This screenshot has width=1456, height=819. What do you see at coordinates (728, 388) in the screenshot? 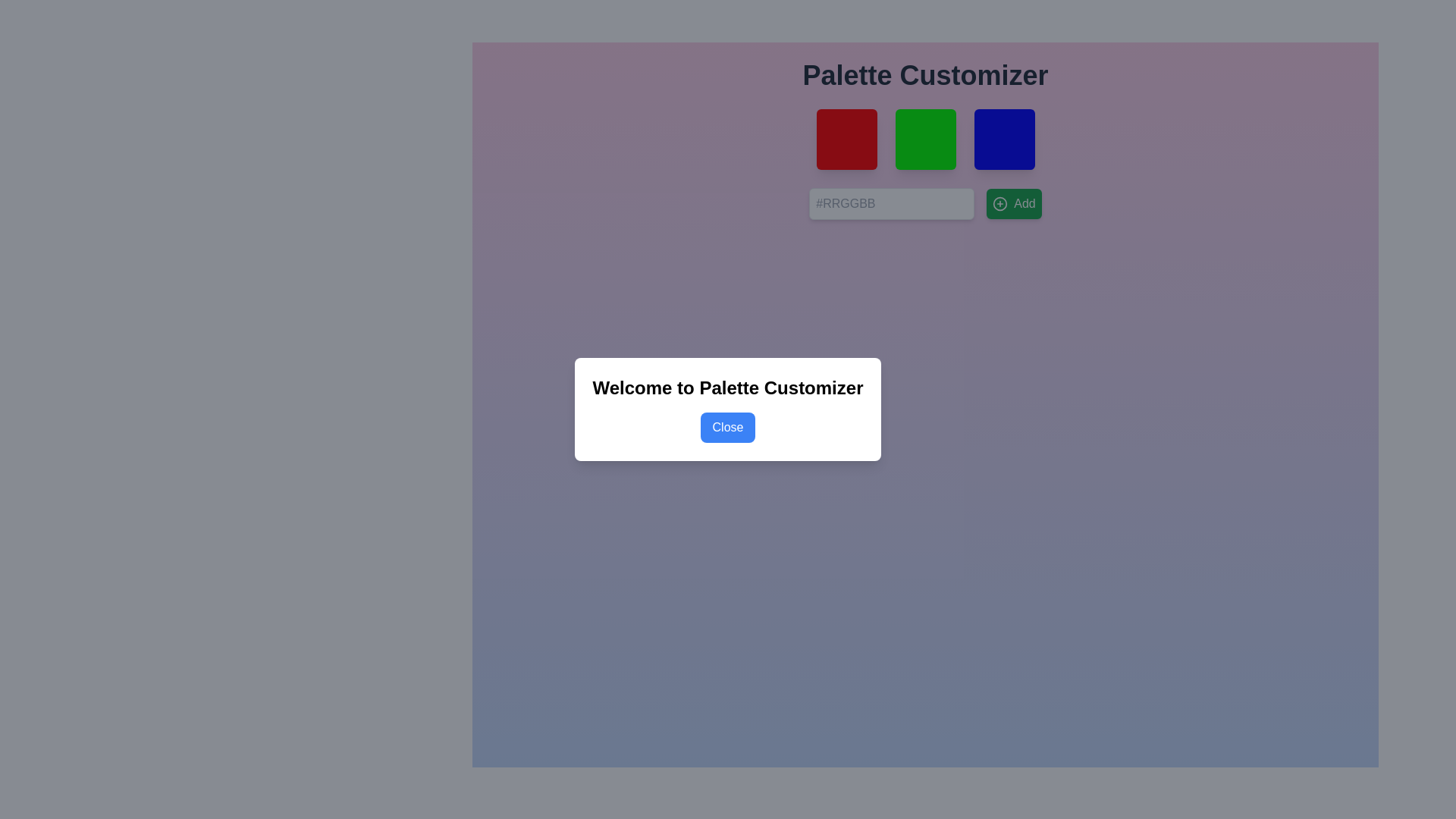
I see `bold text header 'Welcome to Palette Customizer' that is centered in a white dialog box, located above the 'Close' button` at bounding box center [728, 388].